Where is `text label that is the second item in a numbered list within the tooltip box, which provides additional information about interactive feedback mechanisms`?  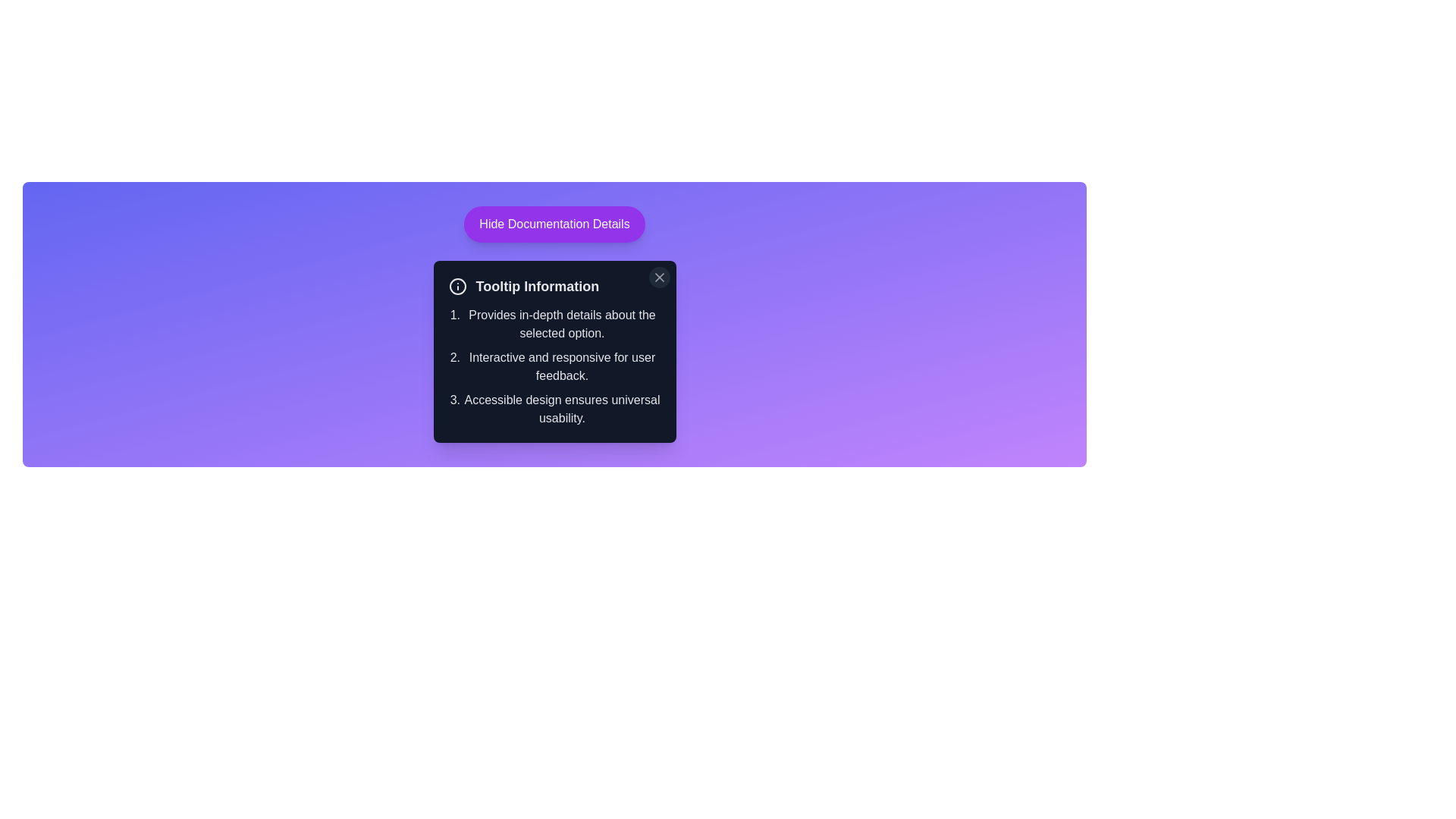 text label that is the second item in a numbered list within the tooltip box, which provides additional information about interactive feedback mechanisms is located at coordinates (561, 366).